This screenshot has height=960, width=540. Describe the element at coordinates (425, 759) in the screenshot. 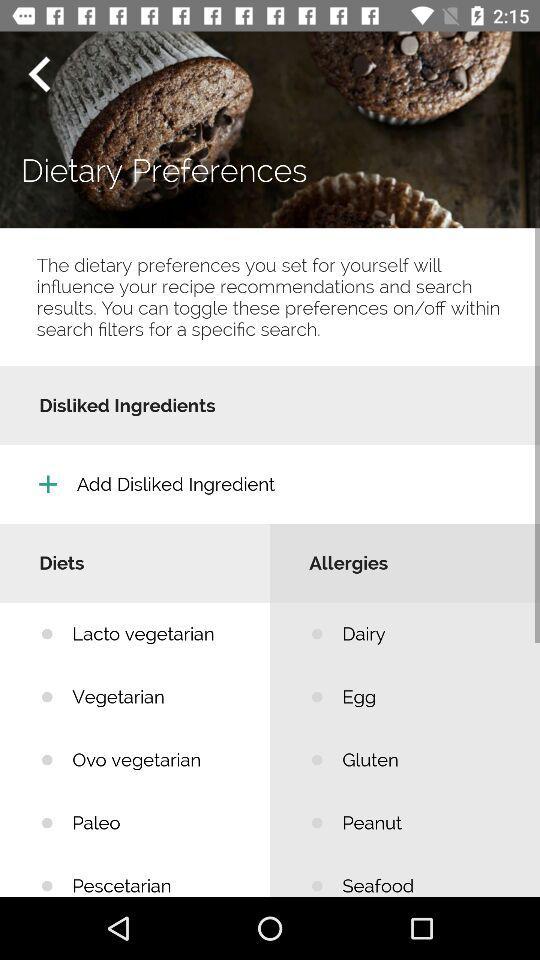

I see `item to the right of the vegetarian item` at that location.